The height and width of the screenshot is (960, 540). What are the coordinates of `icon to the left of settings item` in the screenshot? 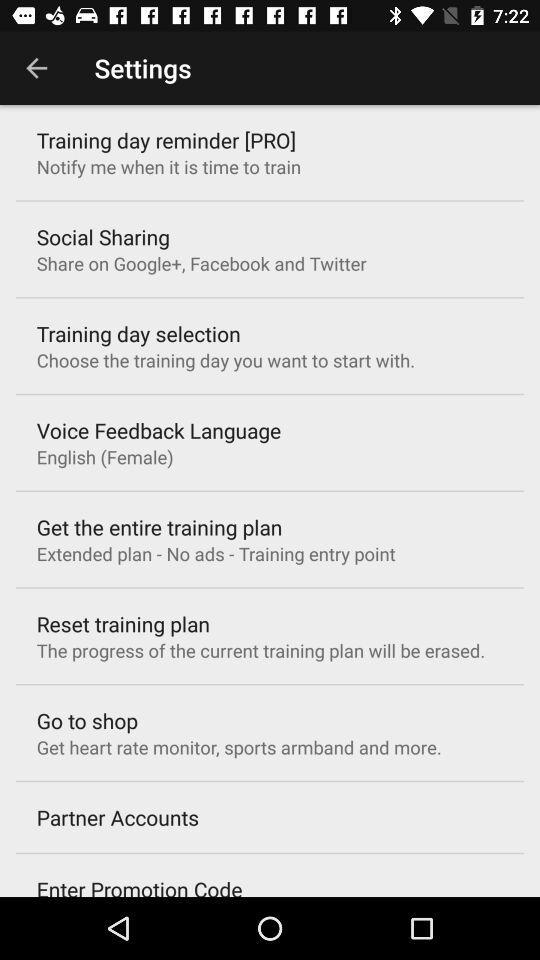 It's located at (36, 68).